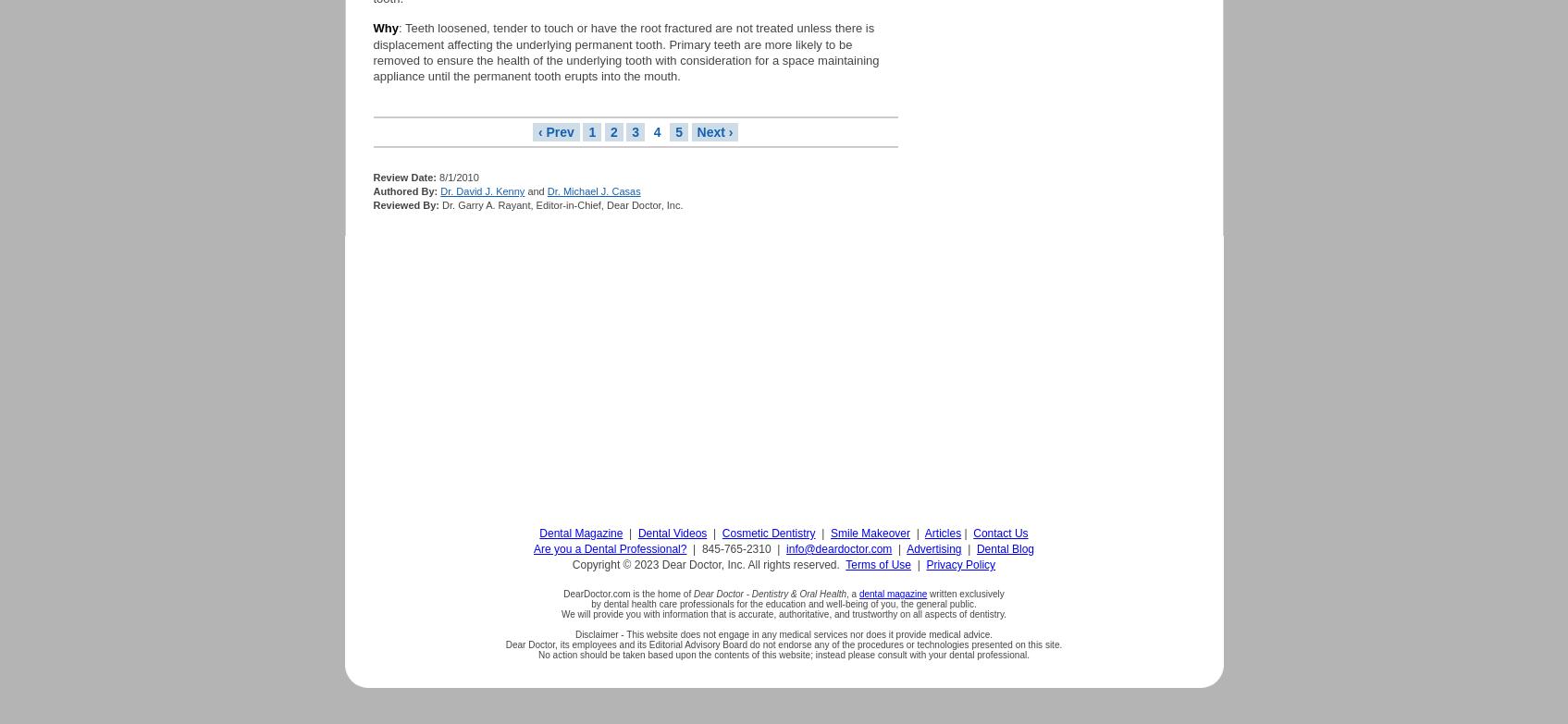  What do you see at coordinates (713, 131) in the screenshot?
I see `'Next ›'` at bounding box center [713, 131].